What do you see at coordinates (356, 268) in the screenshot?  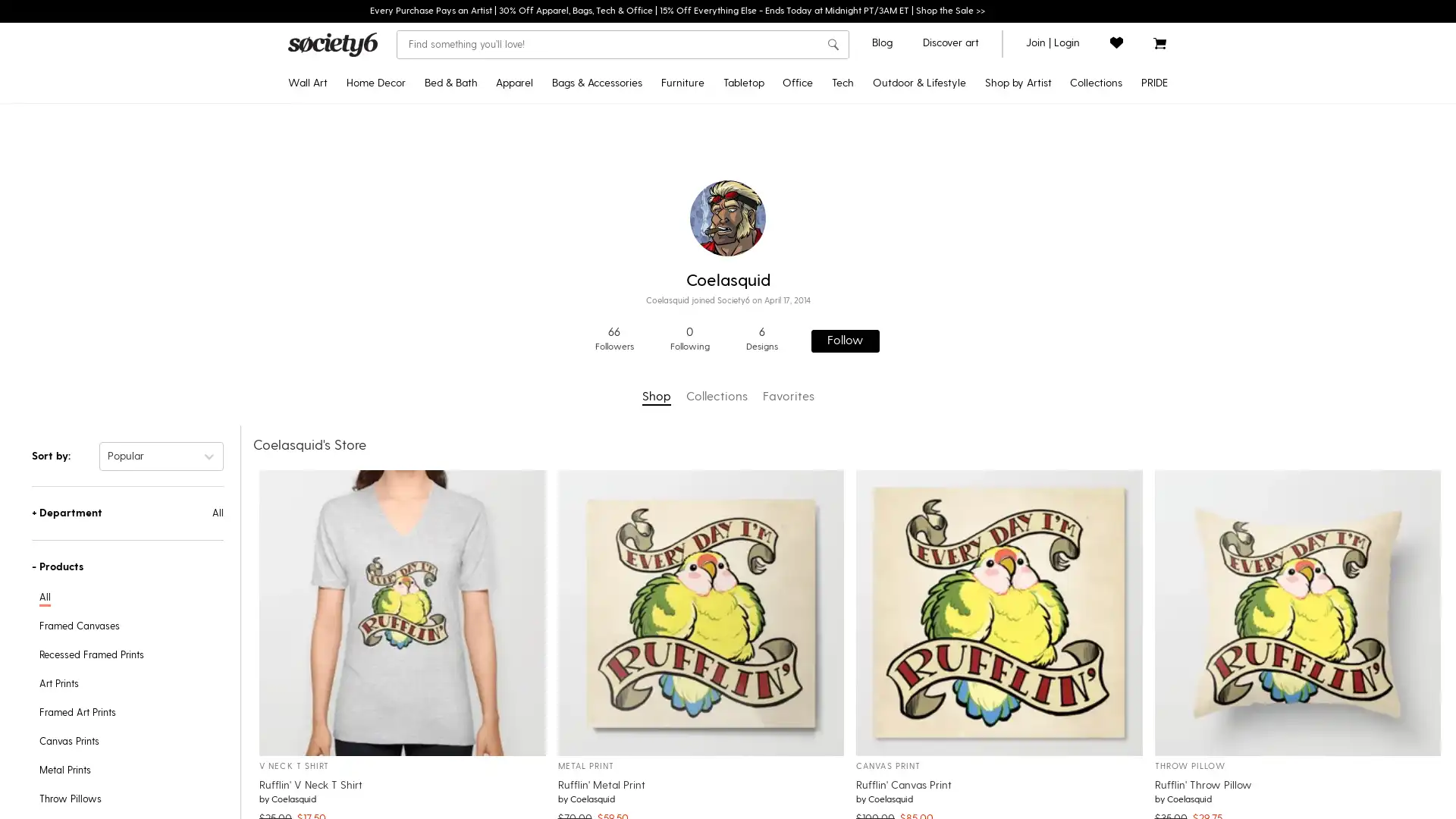 I see `Posters` at bounding box center [356, 268].